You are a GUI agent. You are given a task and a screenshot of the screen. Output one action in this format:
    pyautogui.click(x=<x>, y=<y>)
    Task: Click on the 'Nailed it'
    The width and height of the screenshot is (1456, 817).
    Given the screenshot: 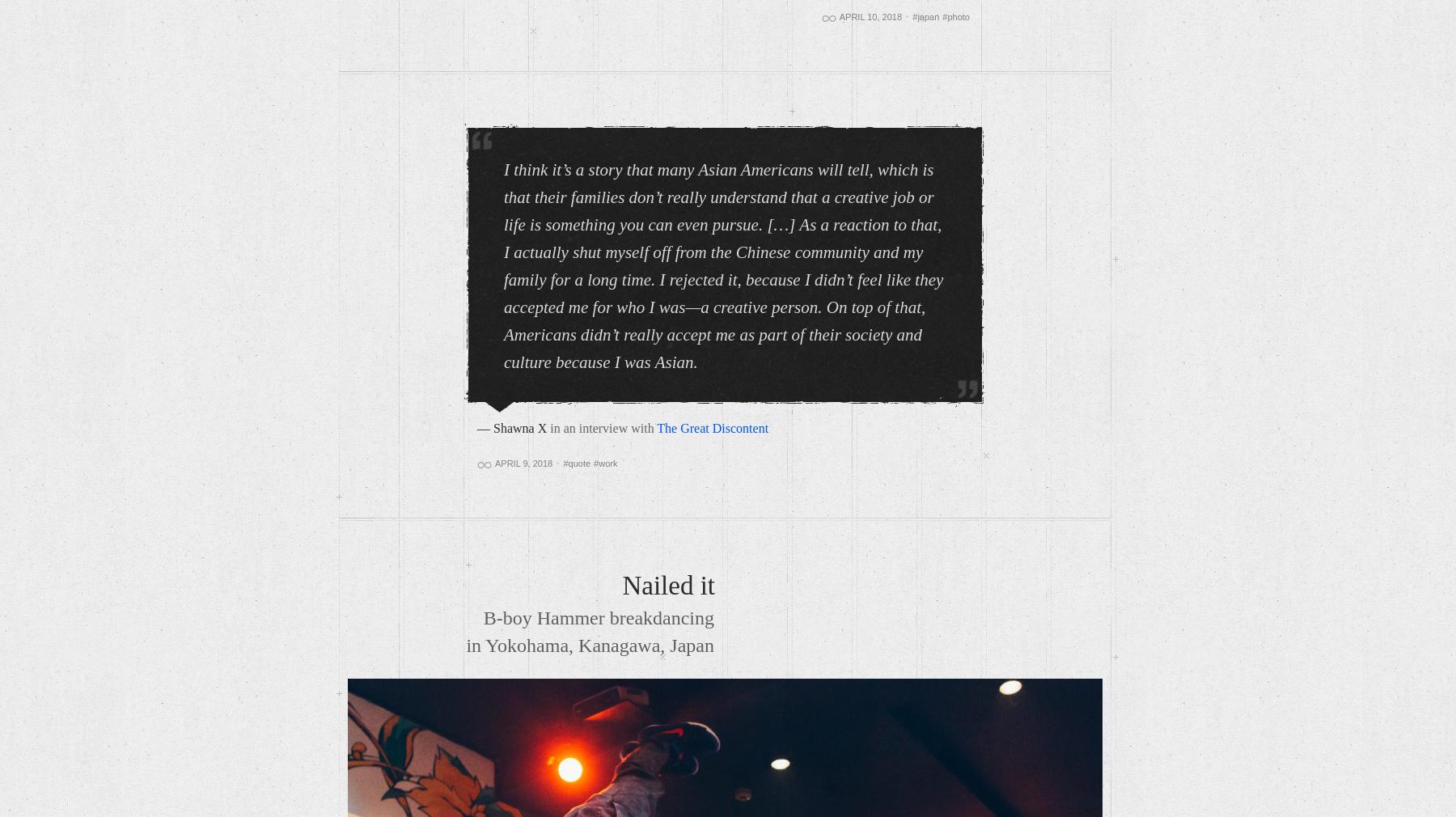 What is the action you would take?
    pyautogui.click(x=620, y=584)
    